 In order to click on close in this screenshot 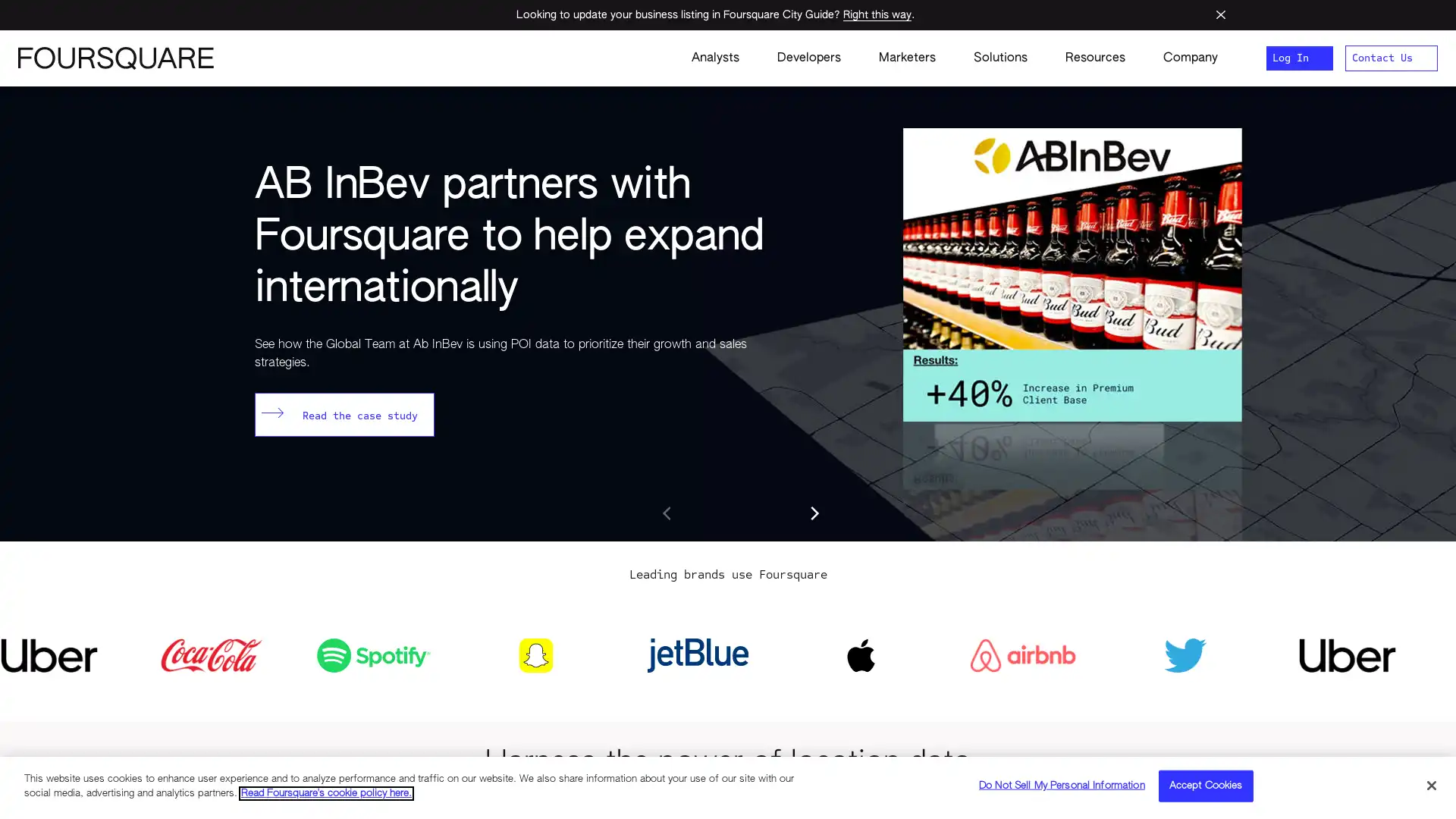, I will do `click(1220, 14)`.